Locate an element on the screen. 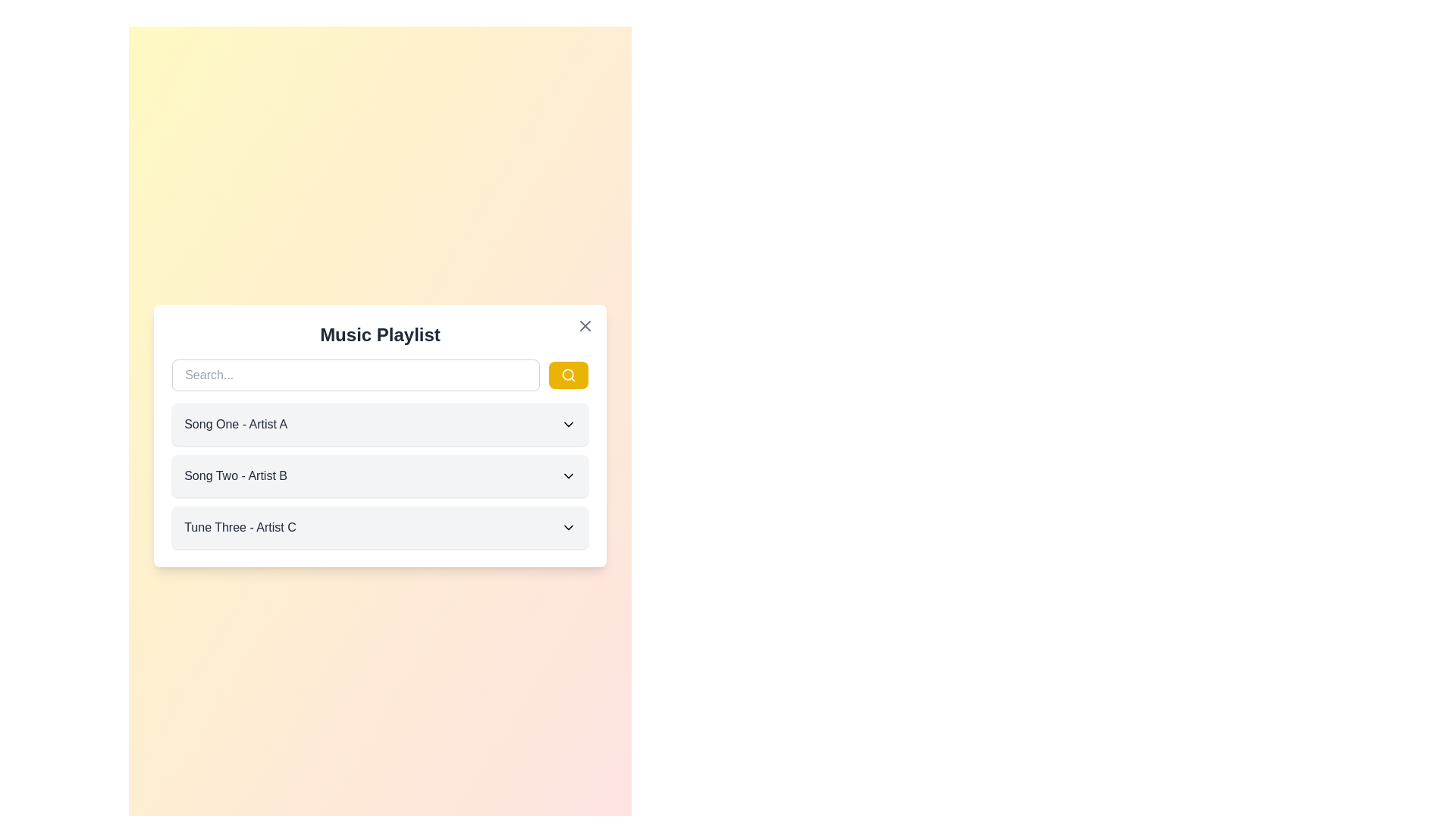 Image resolution: width=1456 pixels, height=819 pixels. the interactive dropdown of the List entry labeled 'Song Two - Artist B' is located at coordinates (380, 475).